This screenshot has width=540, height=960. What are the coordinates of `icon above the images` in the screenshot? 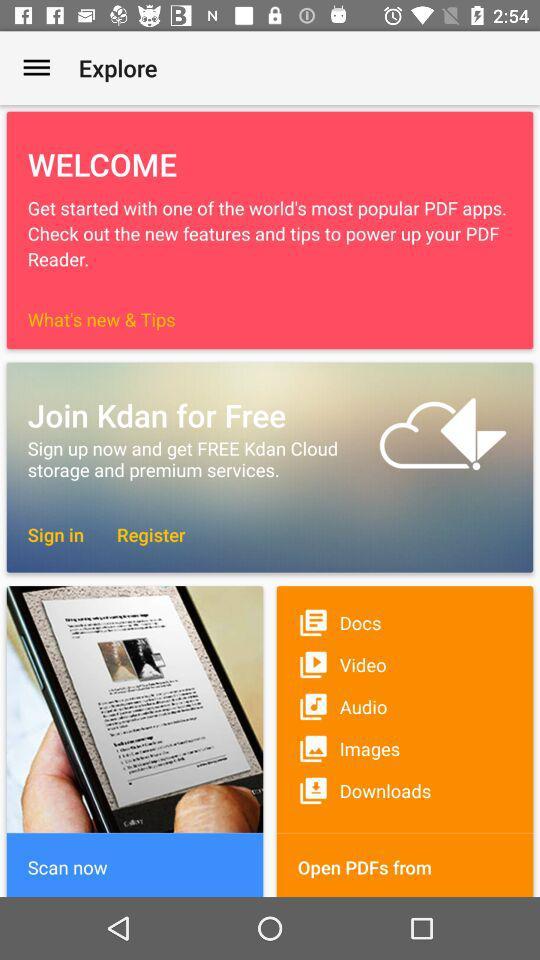 It's located at (405, 706).